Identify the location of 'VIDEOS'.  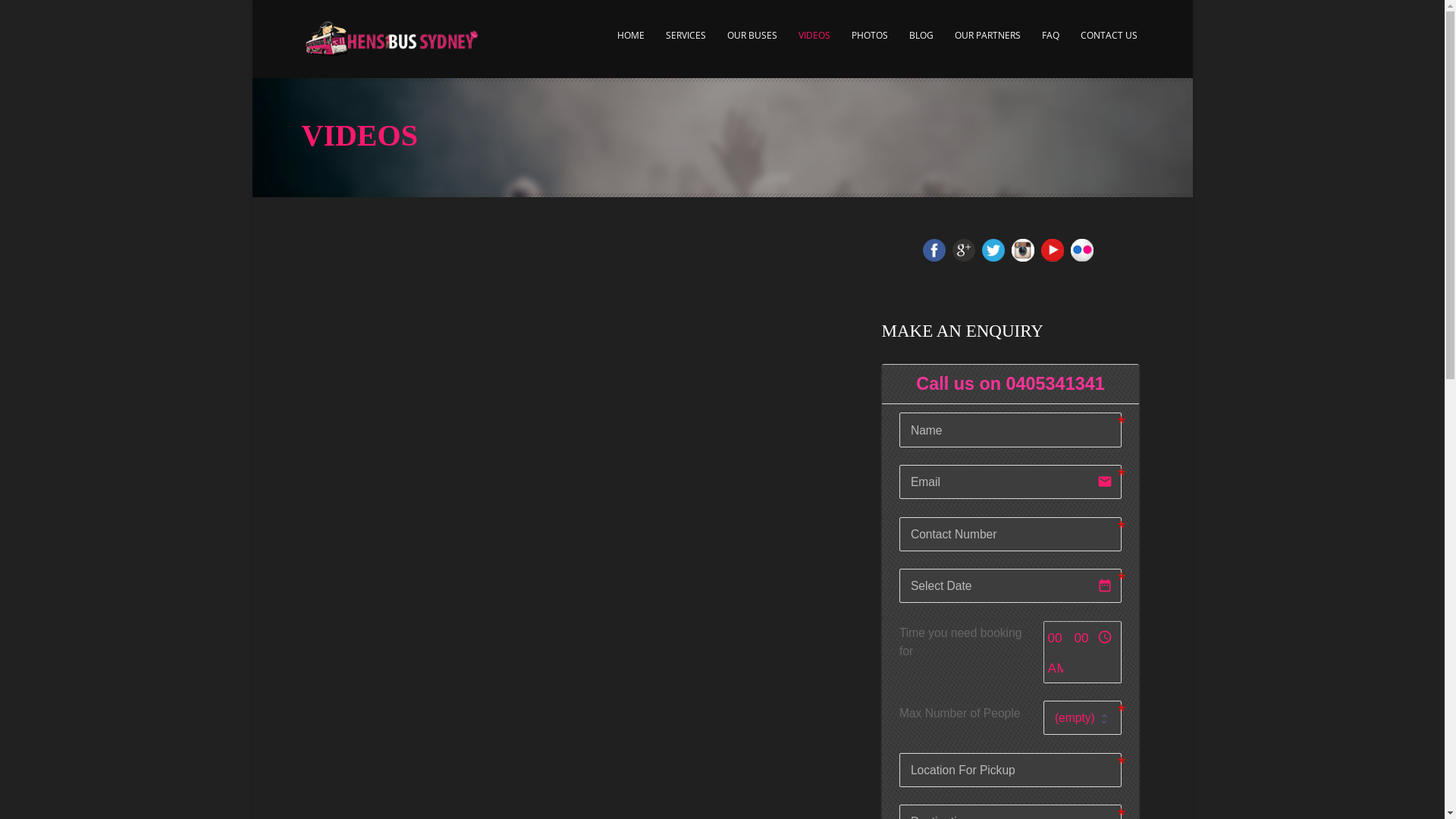
(793, 42).